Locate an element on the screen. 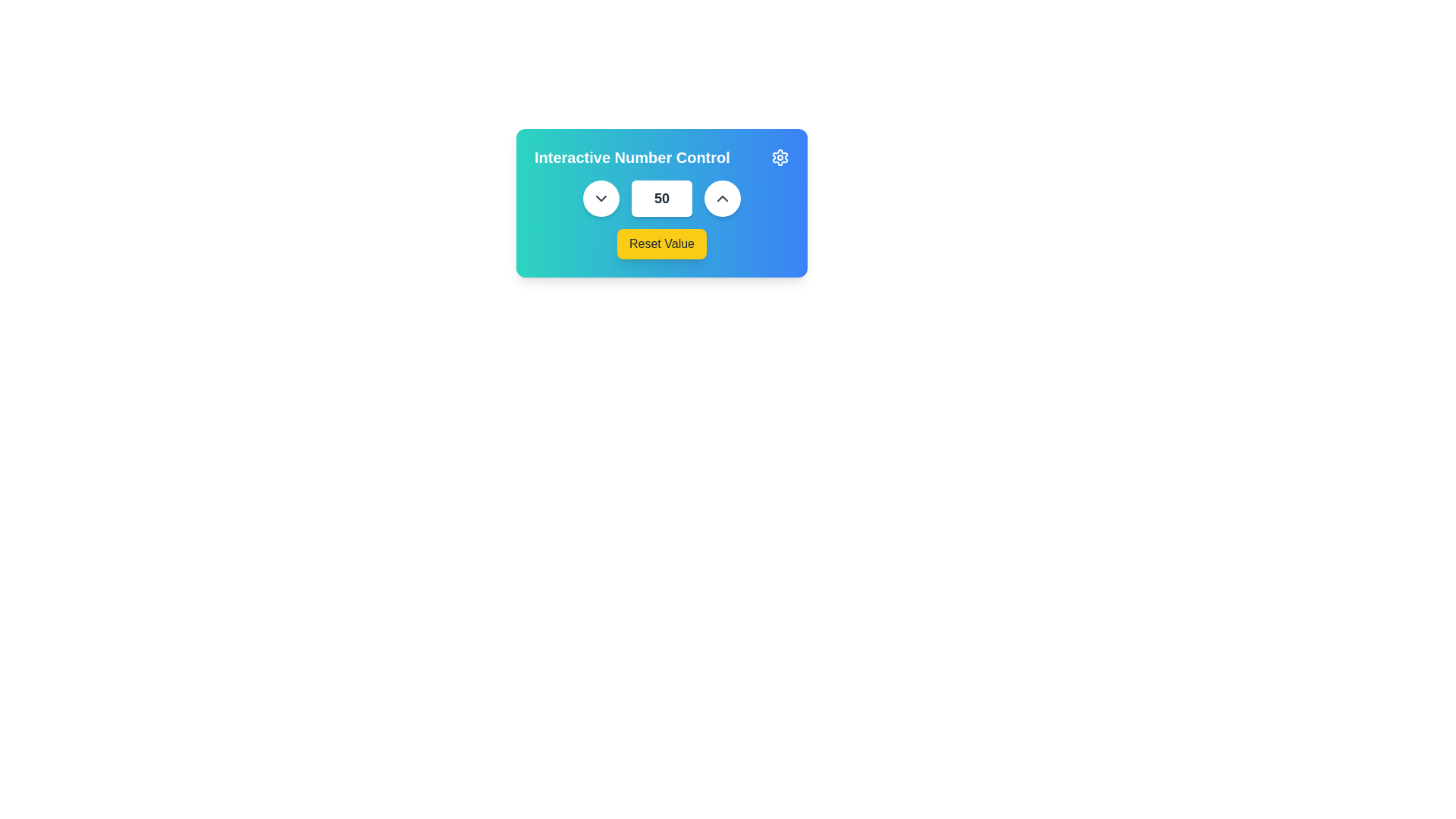 The width and height of the screenshot is (1456, 819). the reset button located at the bottom of the 'Interactive Number Control' card to change its appearance is located at coordinates (662, 243).